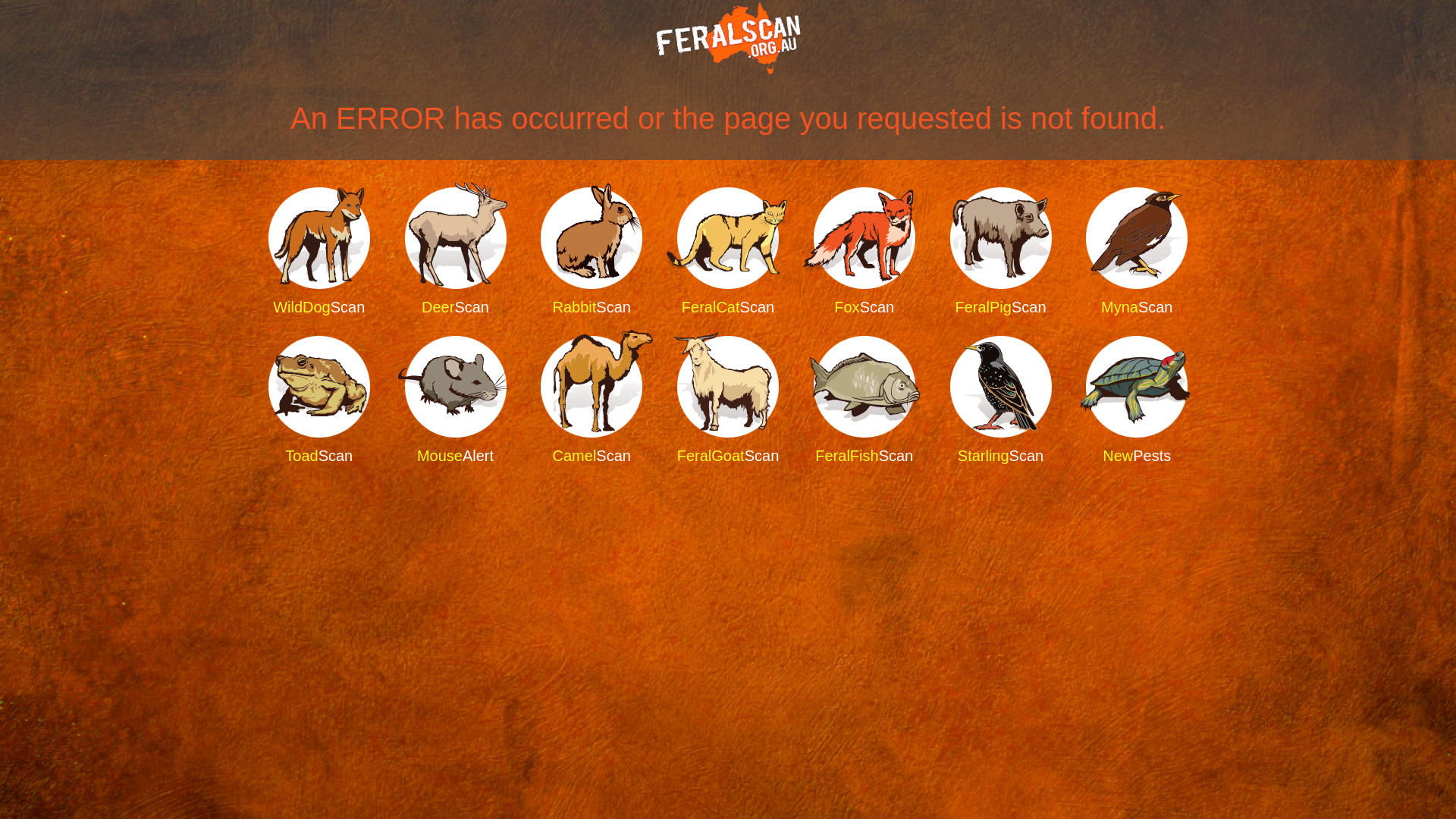  I want to click on 'WildDogScan', so click(318, 251).